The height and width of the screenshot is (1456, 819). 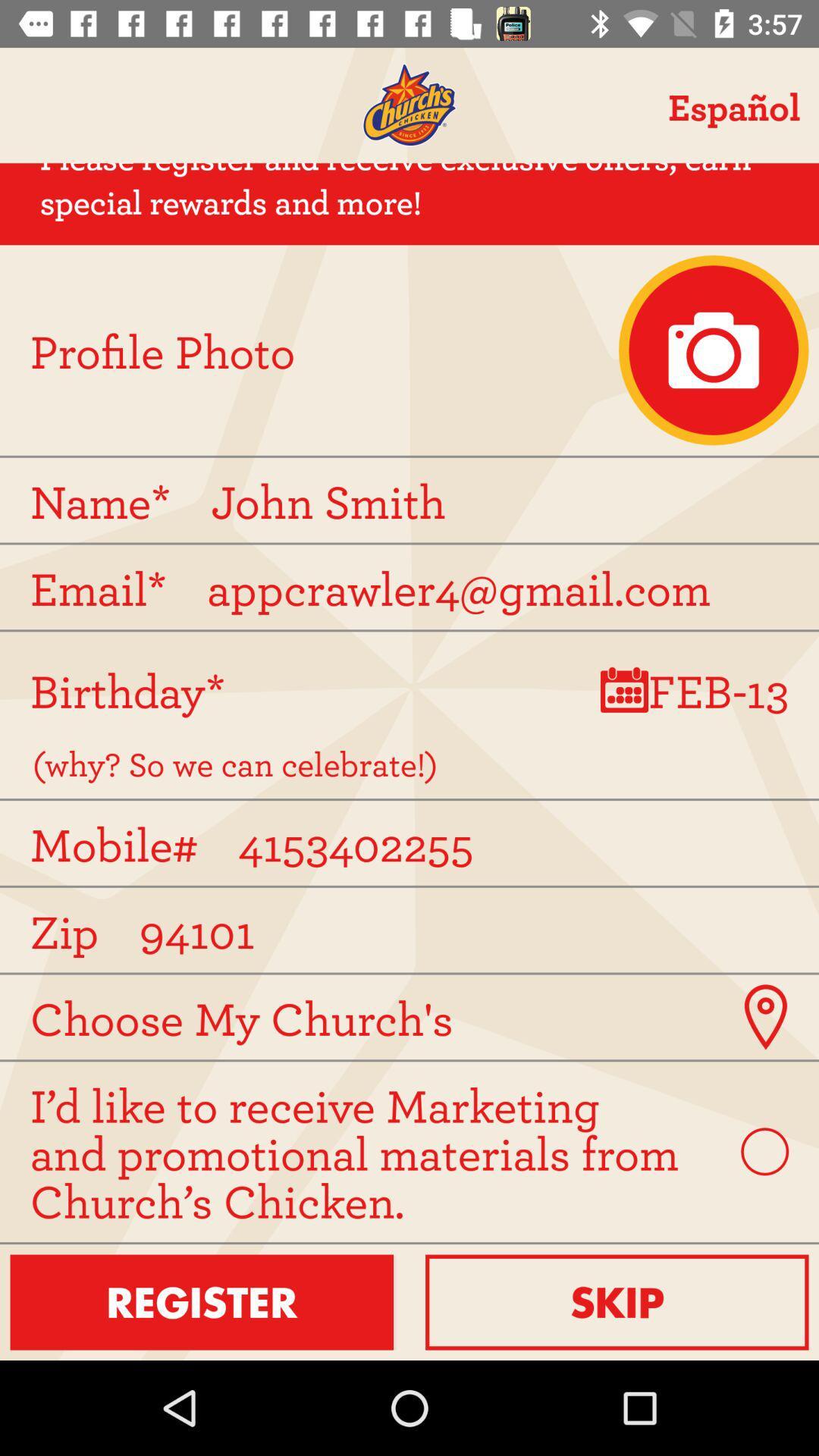 I want to click on the text which is at the top right corner of the page, so click(x=733, y=105).